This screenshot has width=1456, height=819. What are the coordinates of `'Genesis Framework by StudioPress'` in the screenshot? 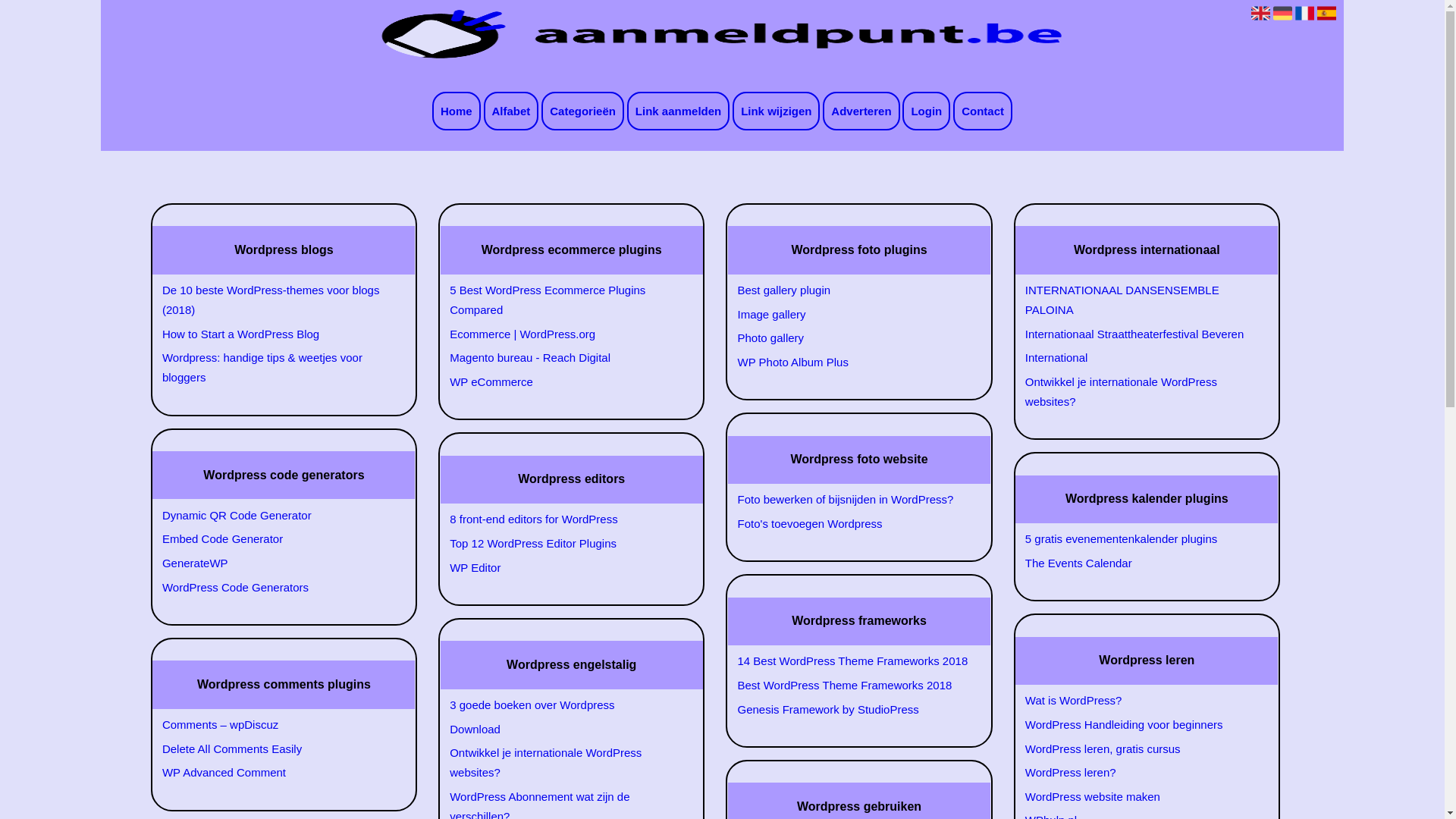 It's located at (850, 710).